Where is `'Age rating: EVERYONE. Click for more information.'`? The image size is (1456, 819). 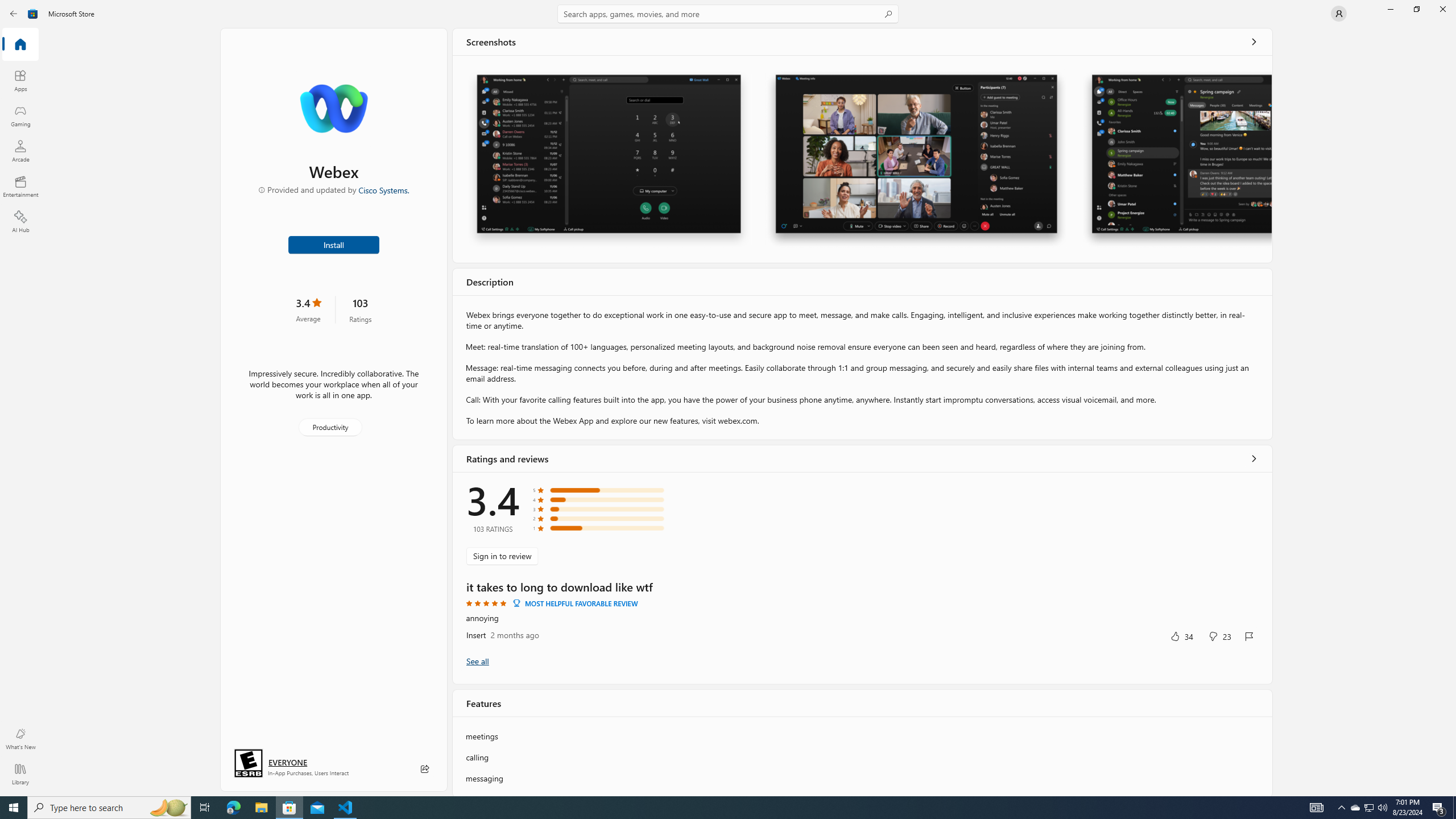
'Age rating: EVERYONE. Click for more information.' is located at coordinates (287, 762).